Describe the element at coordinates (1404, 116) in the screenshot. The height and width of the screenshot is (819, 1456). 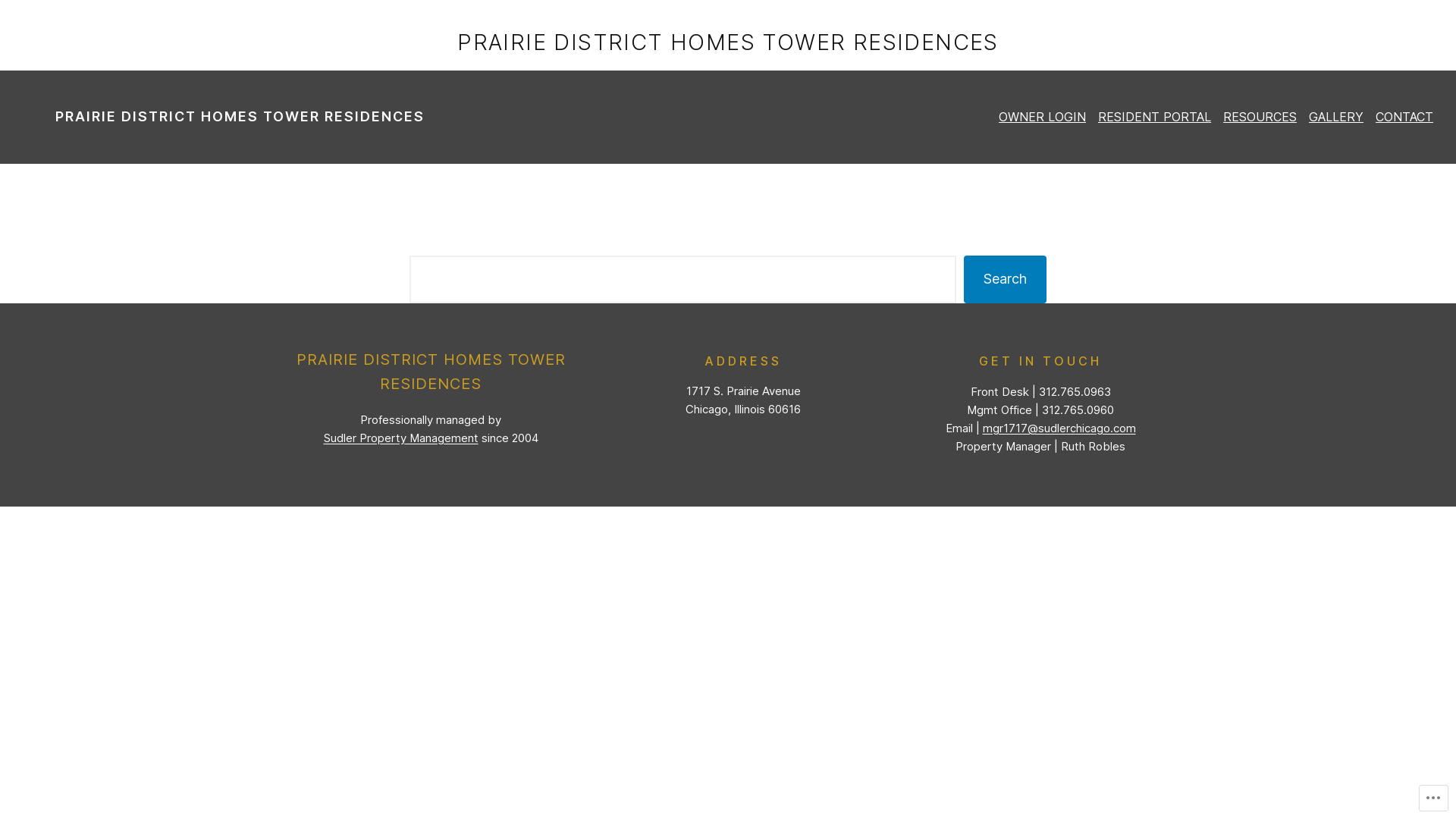
I see `'CONTACT'` at that location.